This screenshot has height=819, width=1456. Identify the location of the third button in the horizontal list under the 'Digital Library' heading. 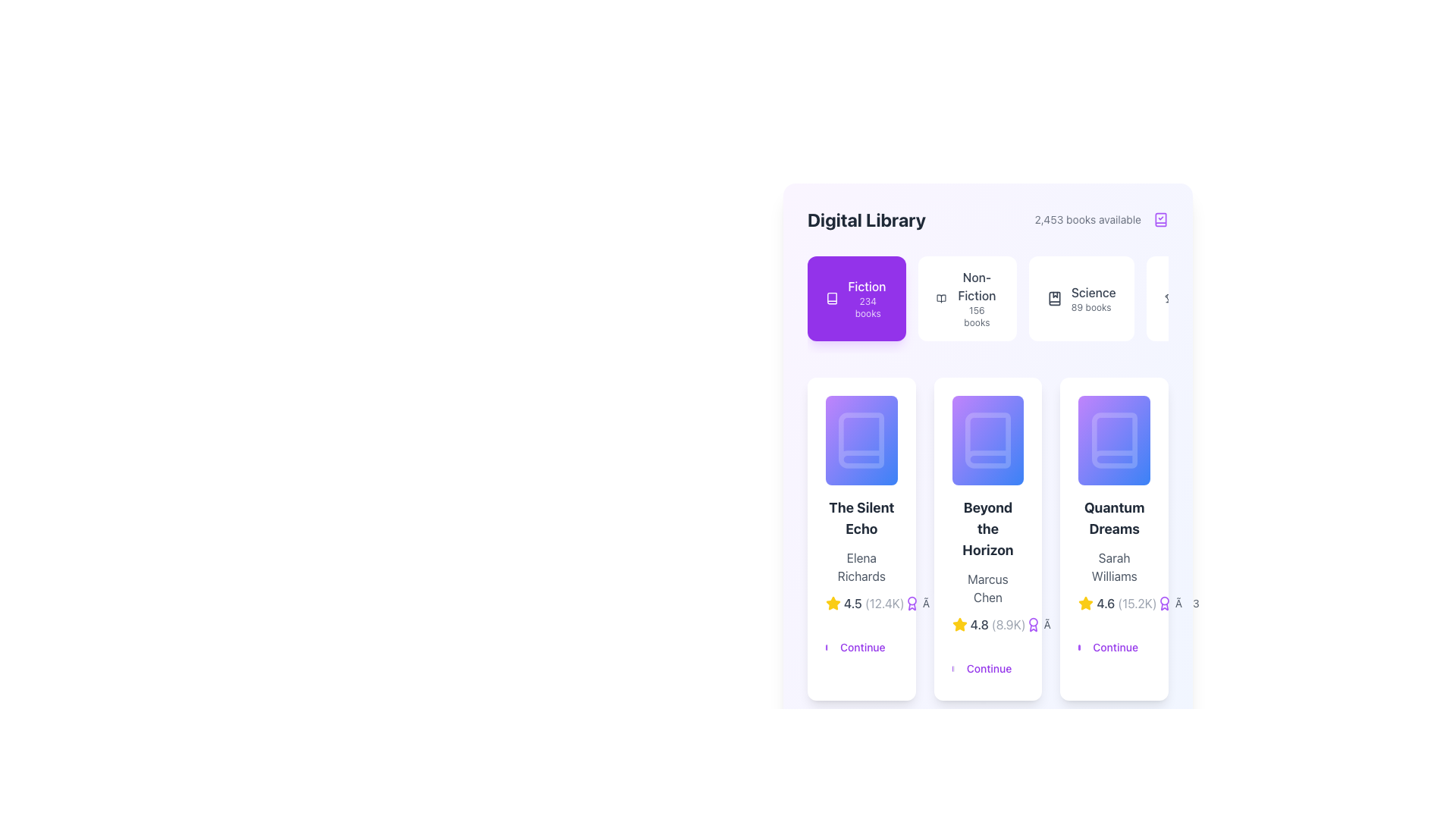
(1081, 298).